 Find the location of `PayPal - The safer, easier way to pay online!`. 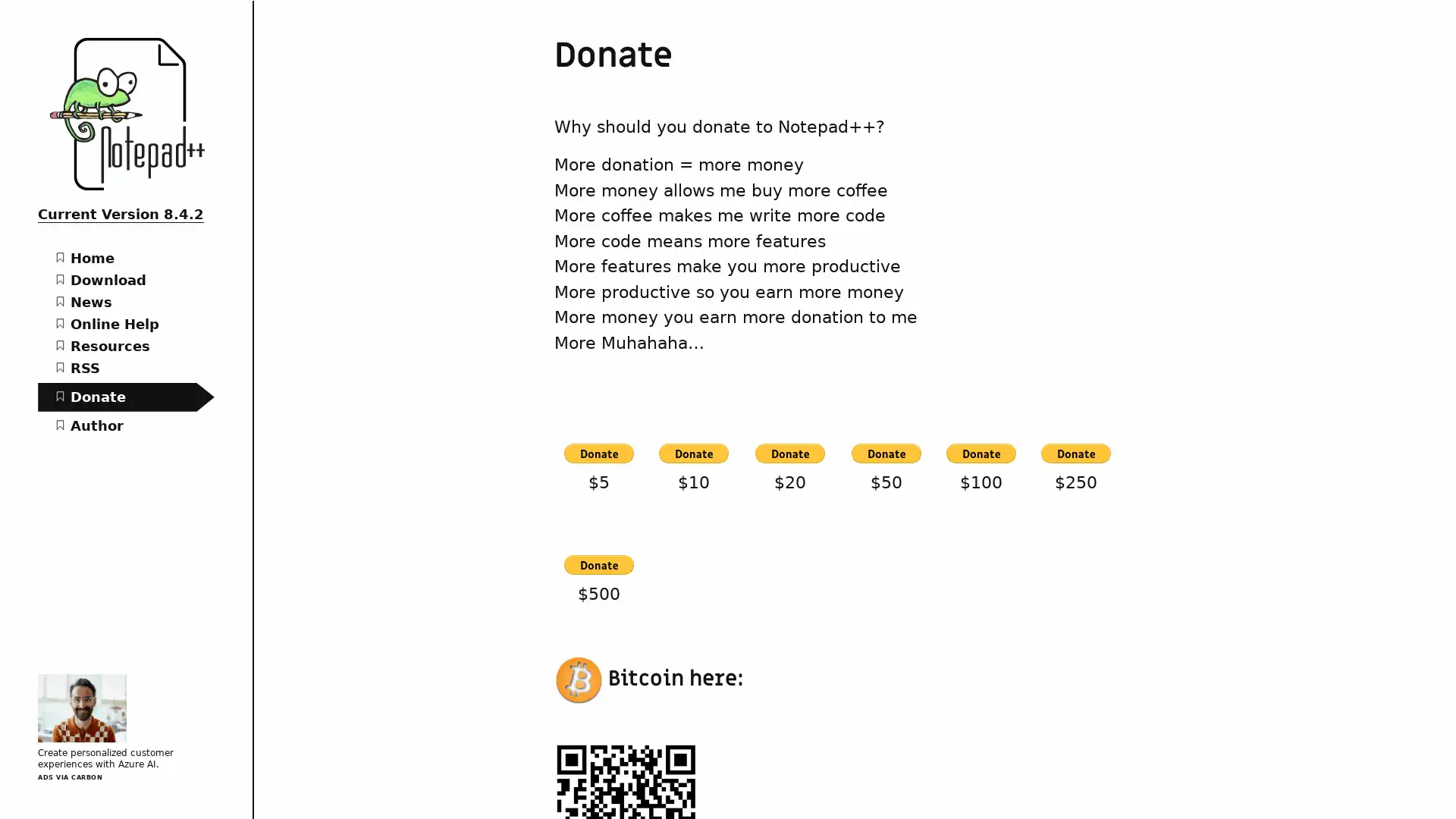

PayPal - The safer, easier way to pay online! is located at coordinates (598, 452).